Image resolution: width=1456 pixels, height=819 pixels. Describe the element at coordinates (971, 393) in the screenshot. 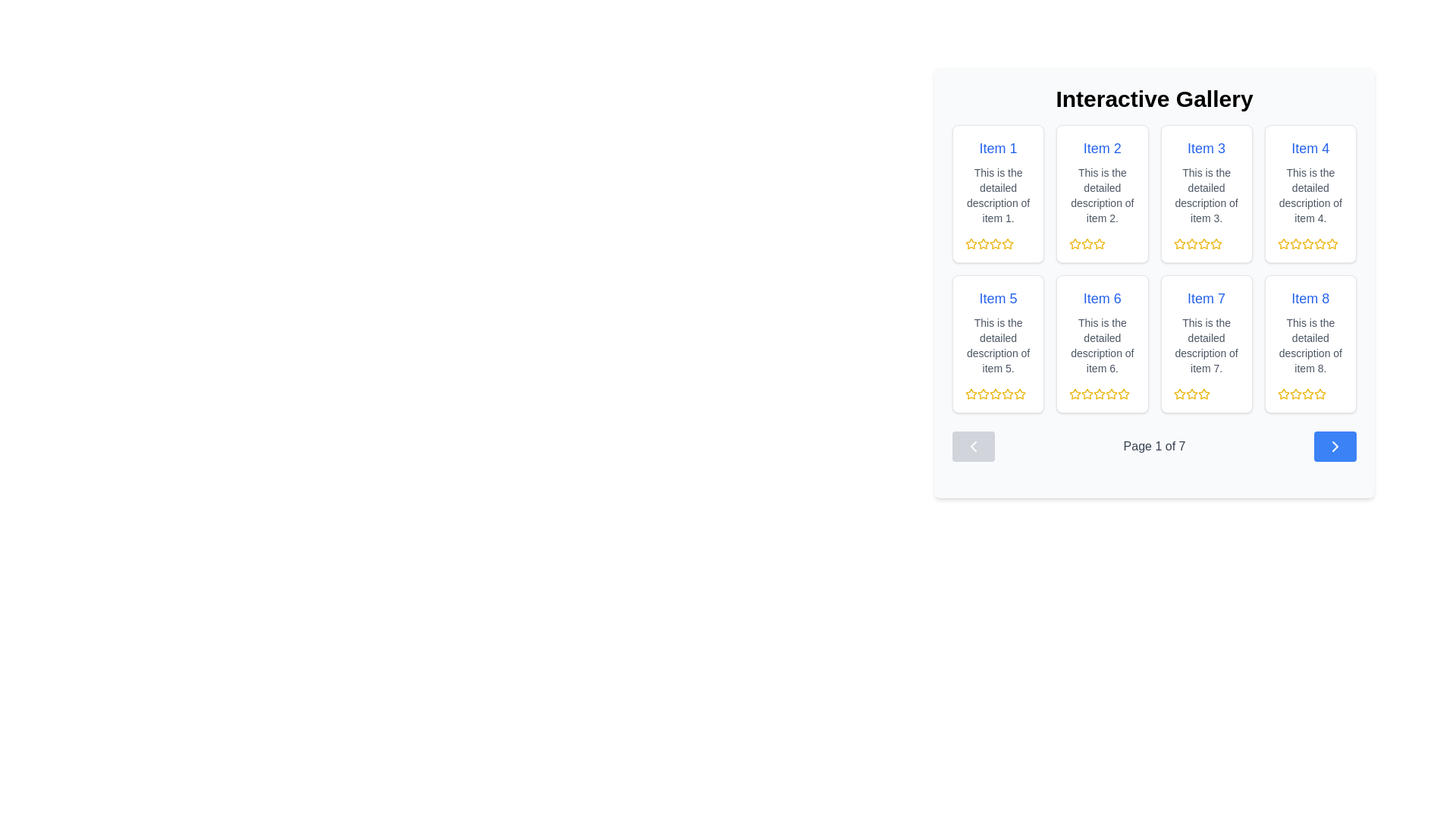

I see `the first yellow star icon button for rating` at that location.